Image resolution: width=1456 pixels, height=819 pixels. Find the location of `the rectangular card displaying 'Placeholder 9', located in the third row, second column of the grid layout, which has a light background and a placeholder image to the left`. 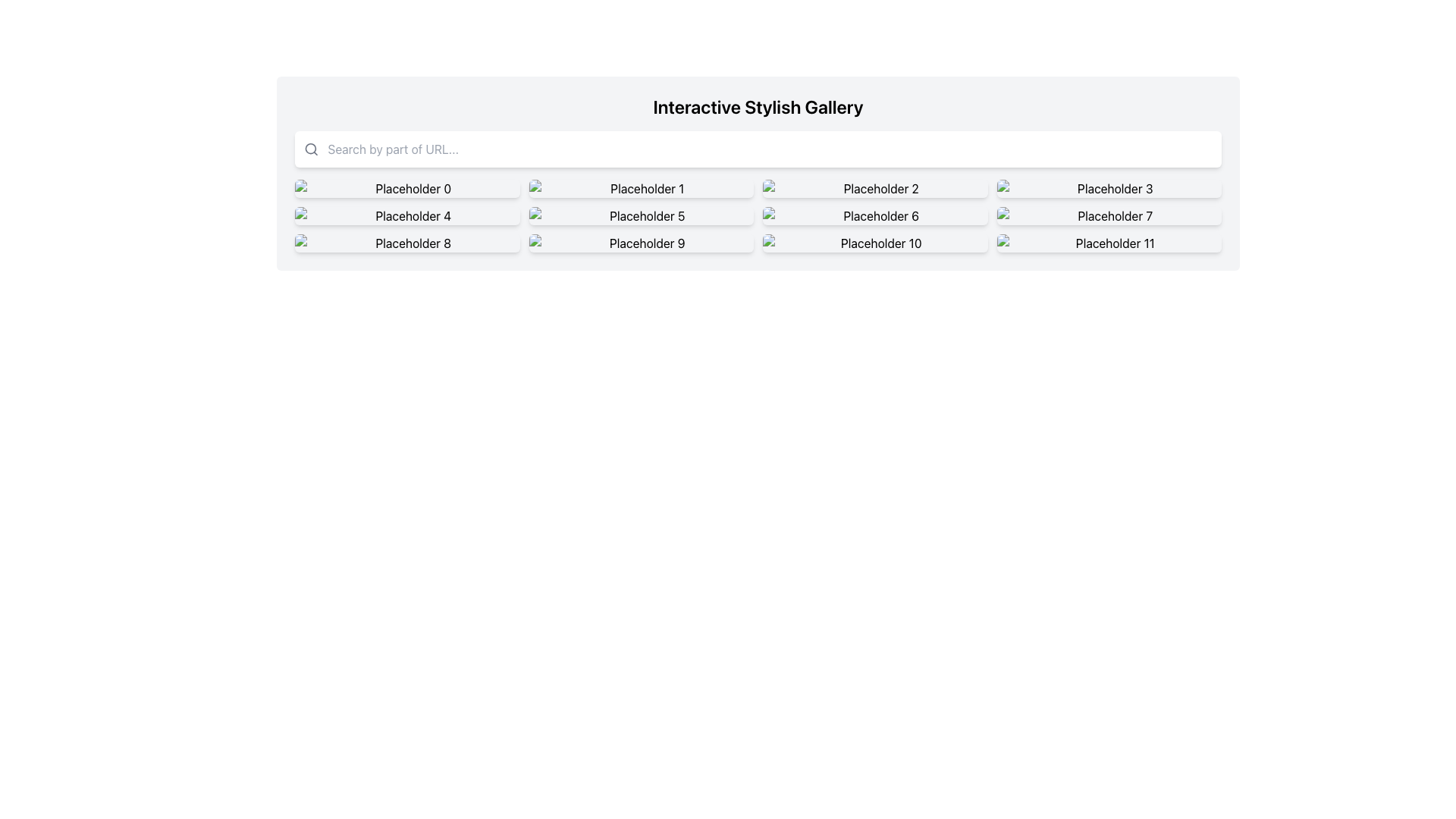

the rectangular card displaying 'Placeholder 9', located in the third row, second column of the grid layout, which has a light background and a placeholder image to the left is located at coordinates (641, 242).